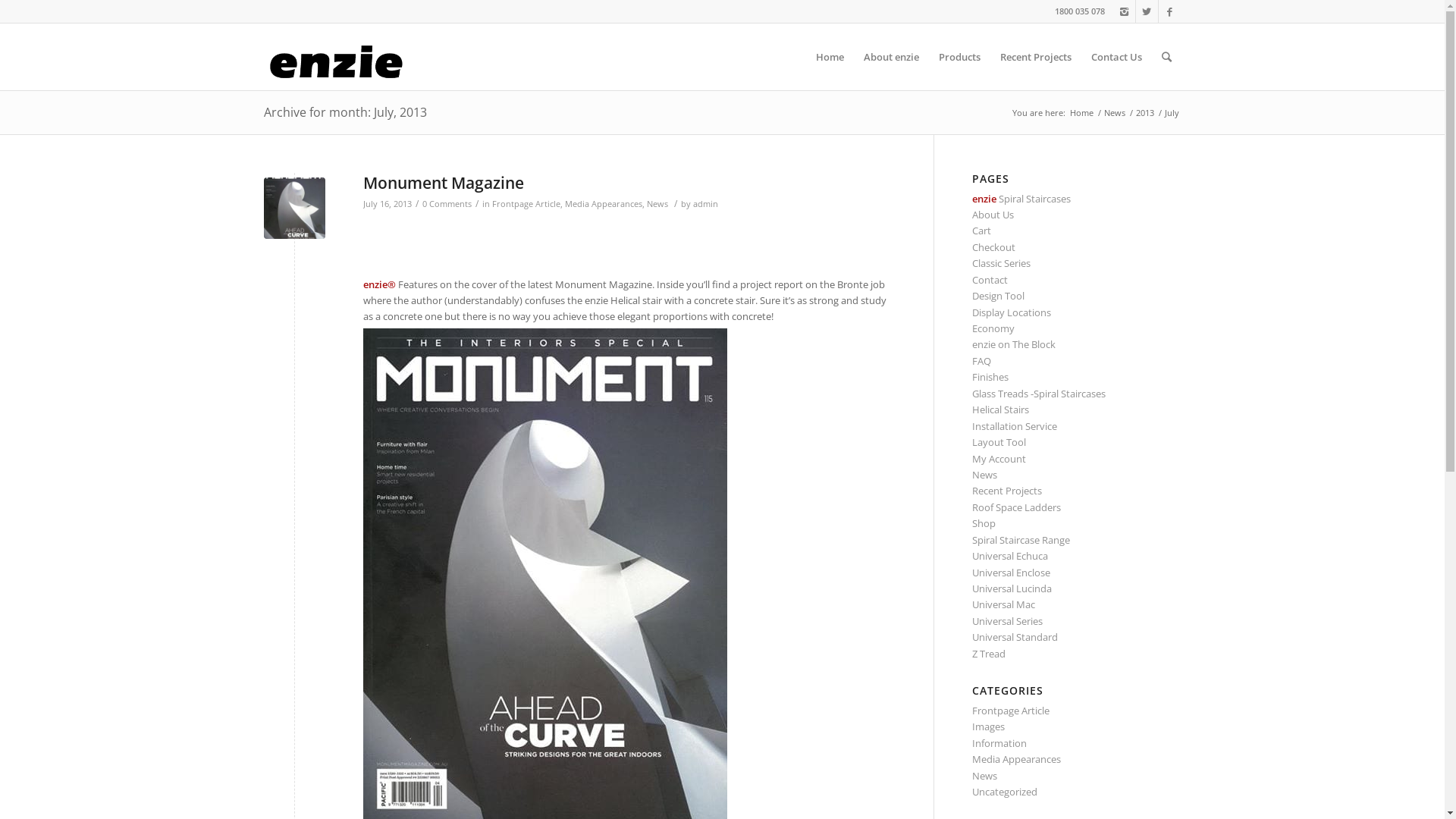  I want to click on 'Uncategorized', so click(1004, 791).